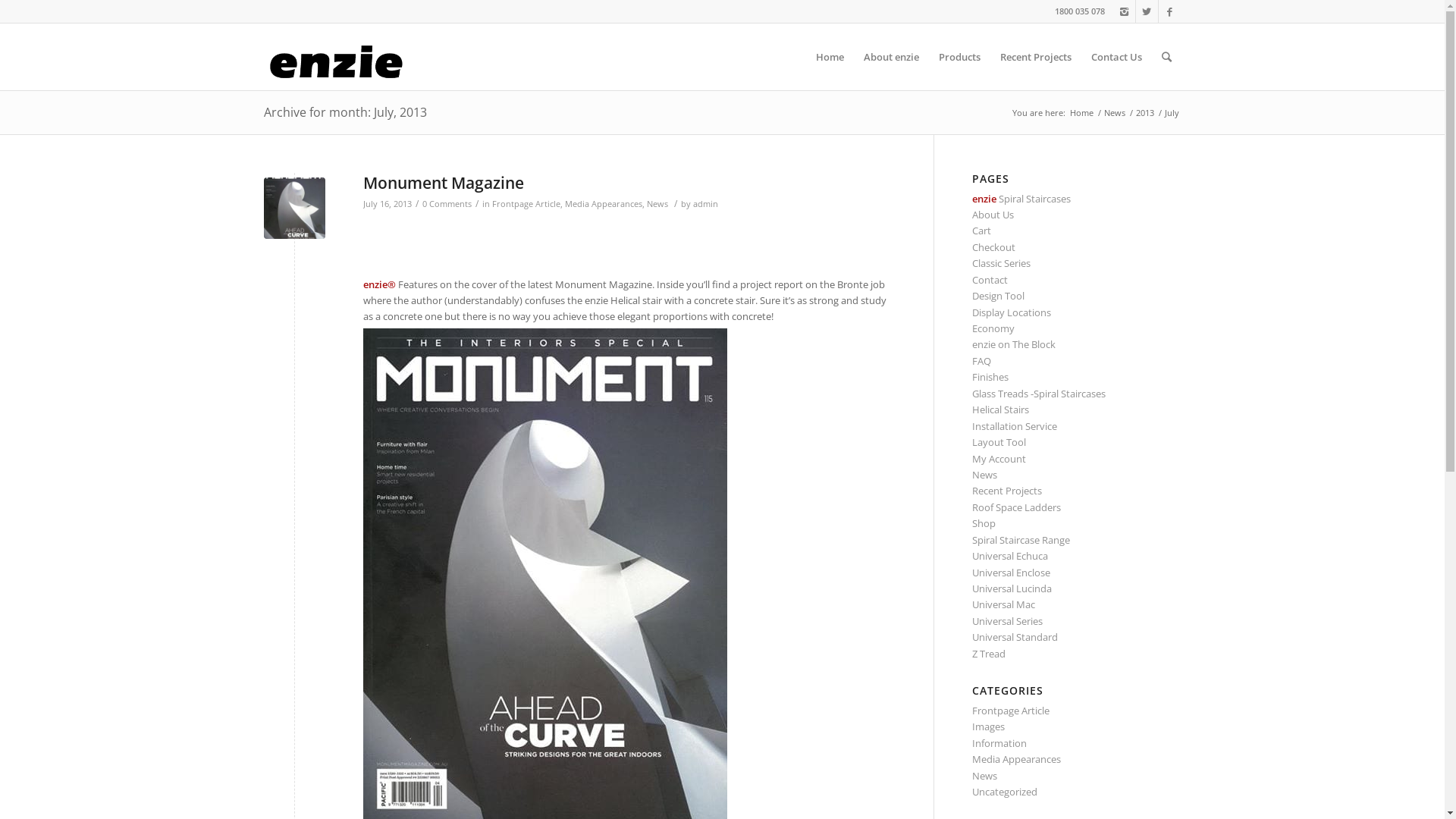  I want to click on 'Uncategorized', so click(1004, 791).